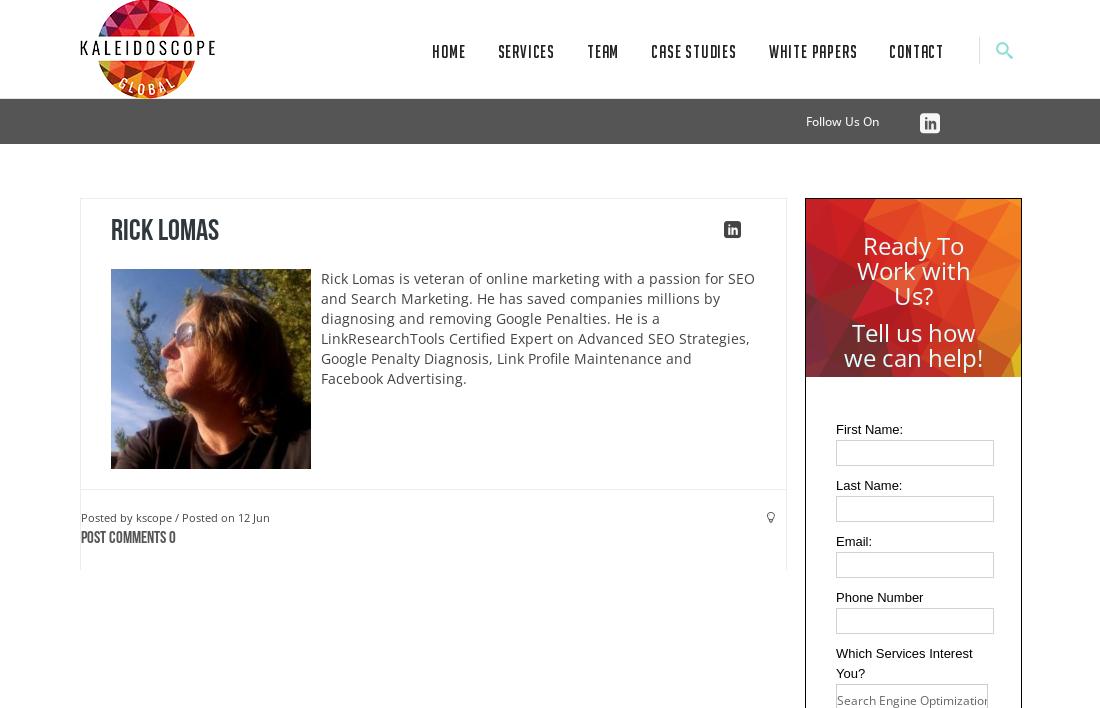  Describe the element at coordinates (601, 51) in the screenshot. I see `'Team'` at that location.